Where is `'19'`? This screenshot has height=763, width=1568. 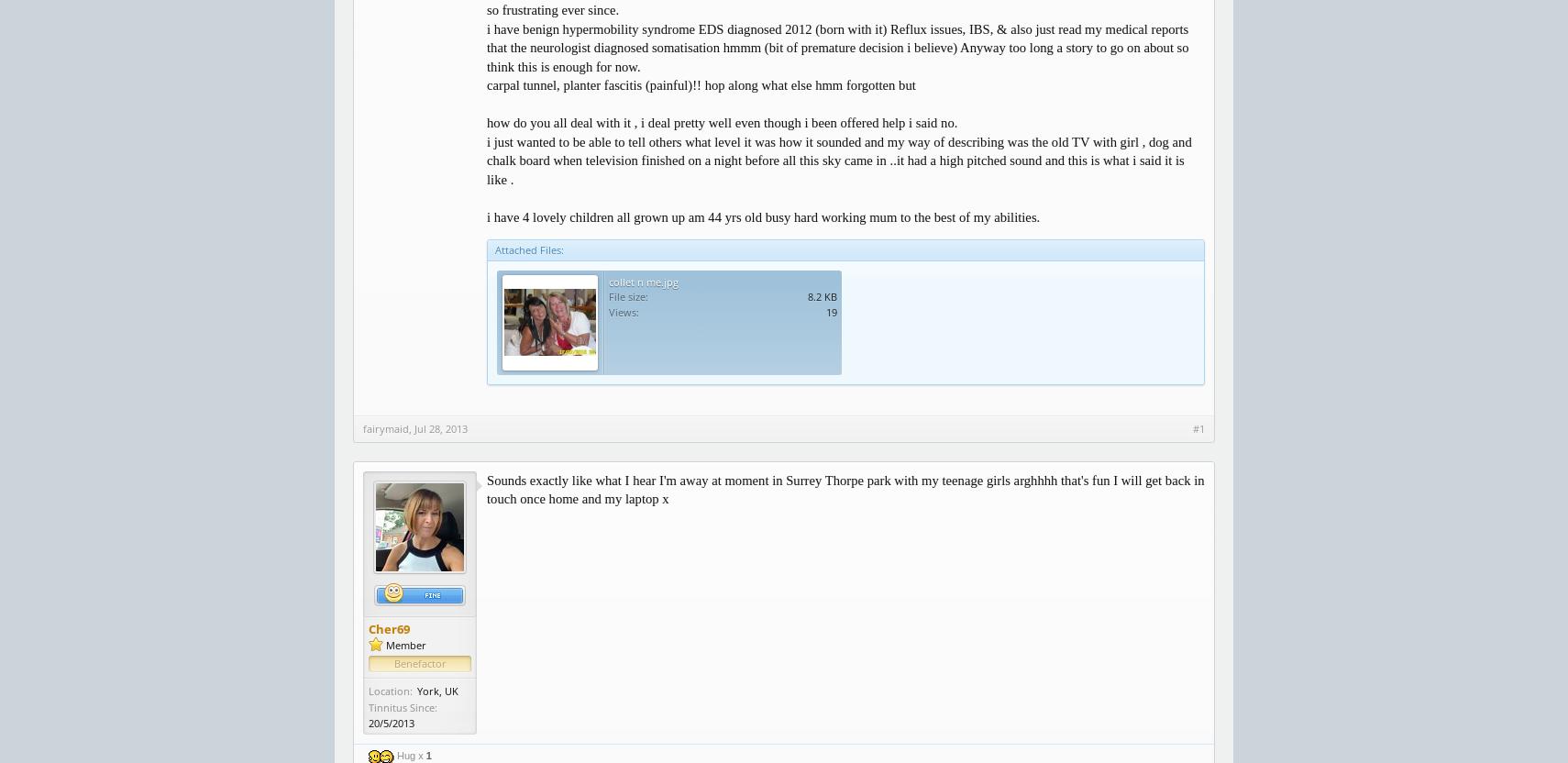
'19' is located at coordinates (829, 311).